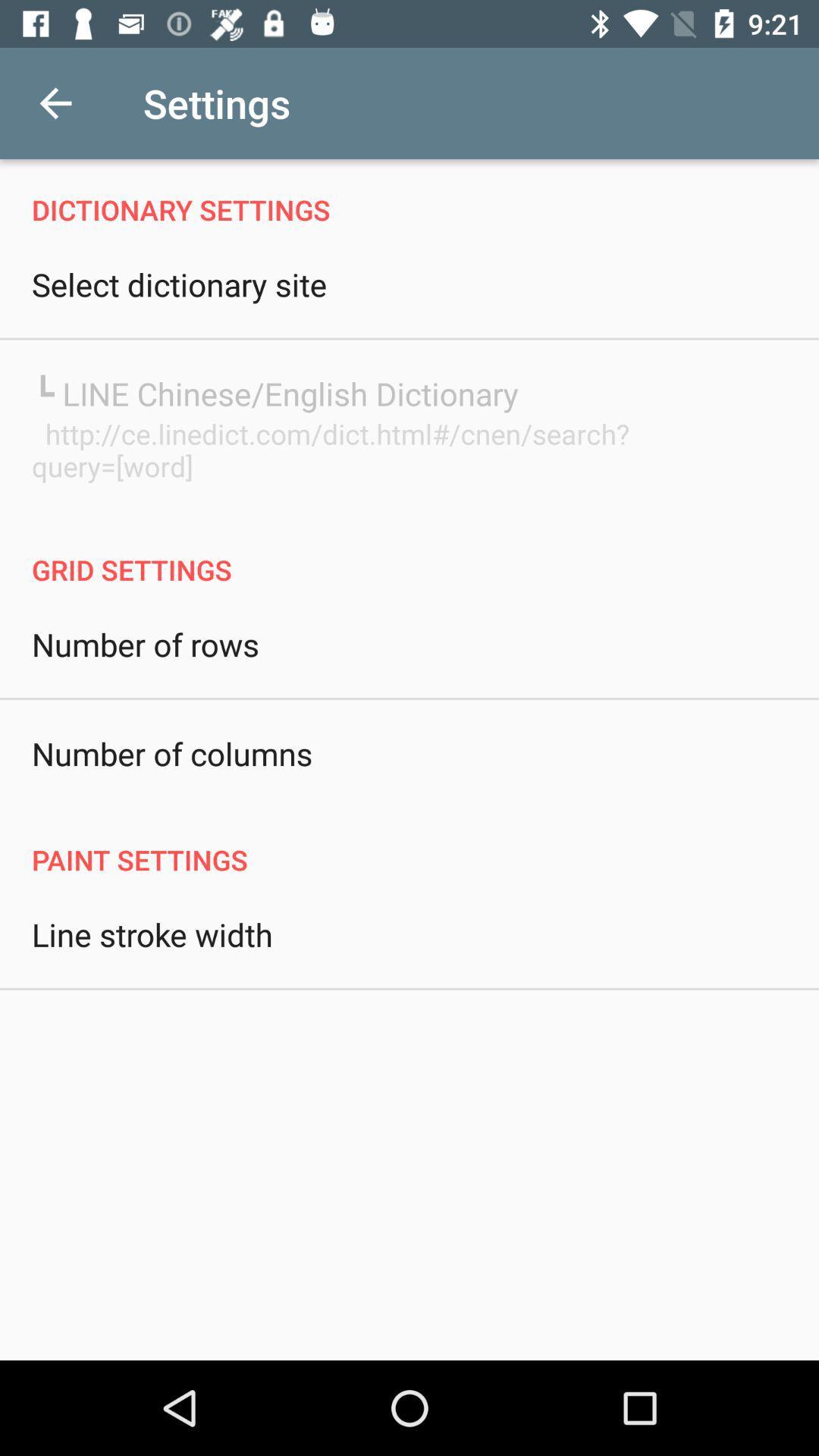  Describe the element at coordinates (178, 284) in the screenshot. I see `the icon above line chinese english item` at that location.